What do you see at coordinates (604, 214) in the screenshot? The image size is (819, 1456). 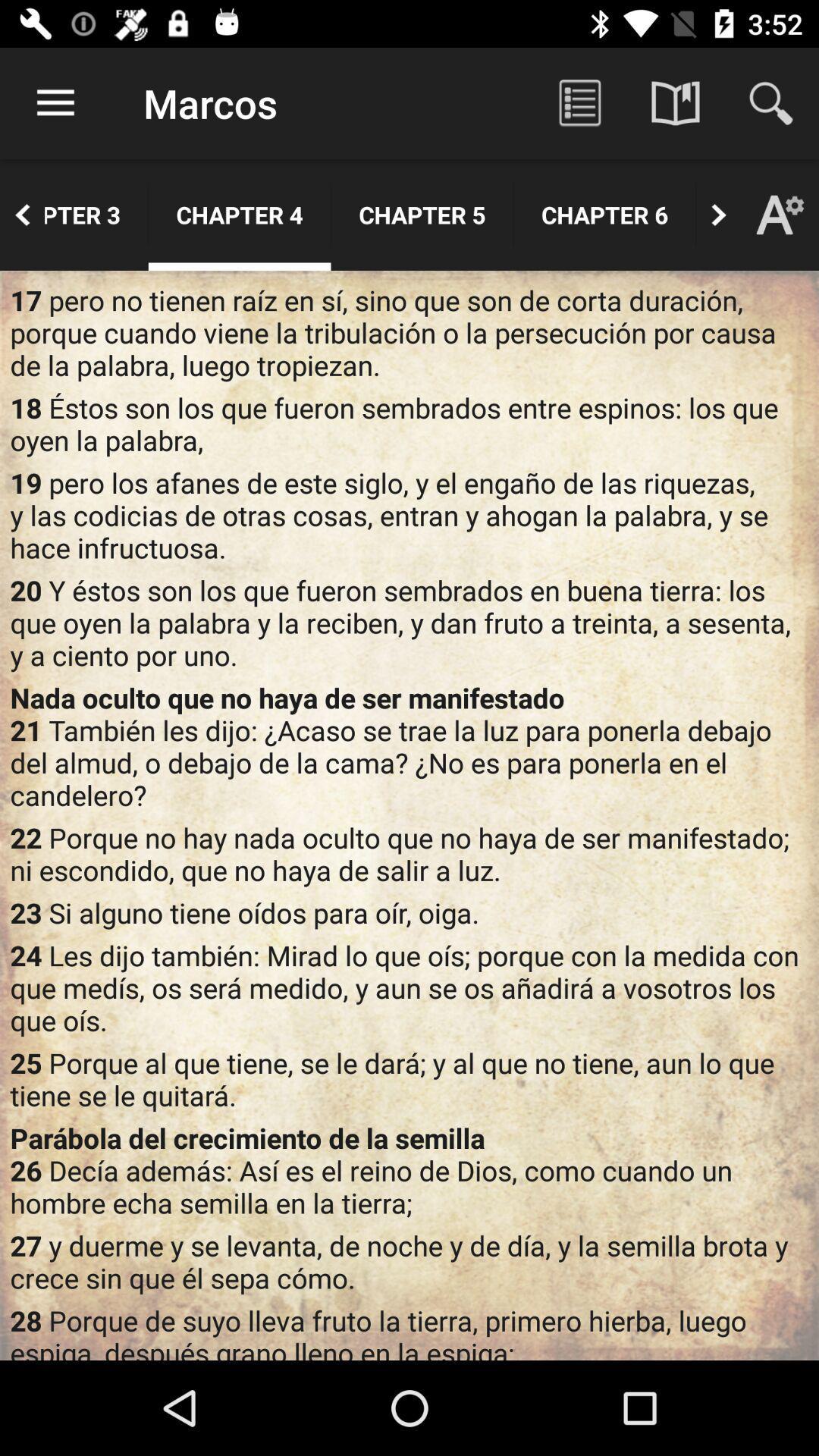 I see `chapter 6 at the top` at bounding box center [604, 214].